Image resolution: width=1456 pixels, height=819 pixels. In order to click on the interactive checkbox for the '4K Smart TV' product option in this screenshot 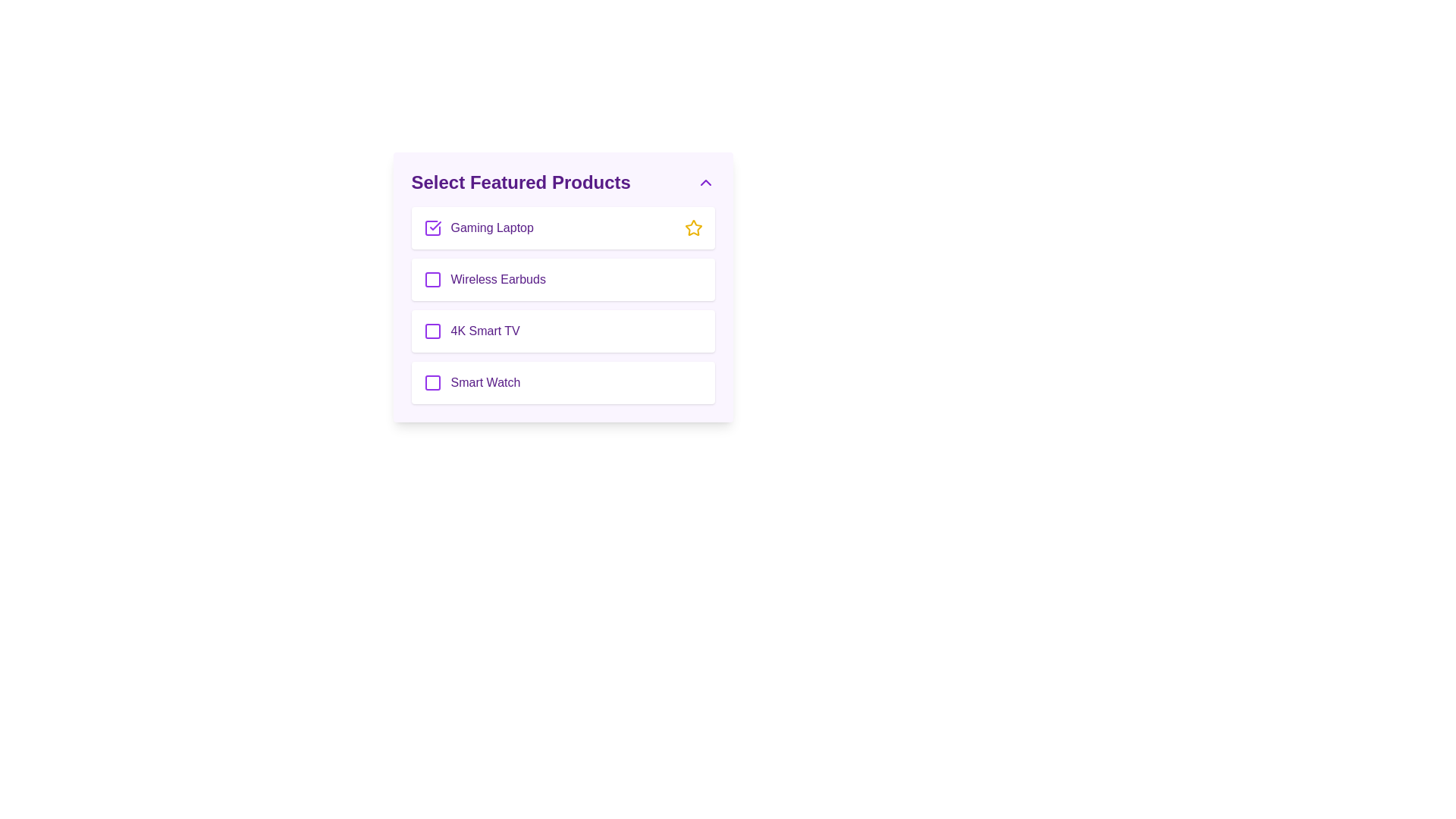, I will do `click(431, 330)`.